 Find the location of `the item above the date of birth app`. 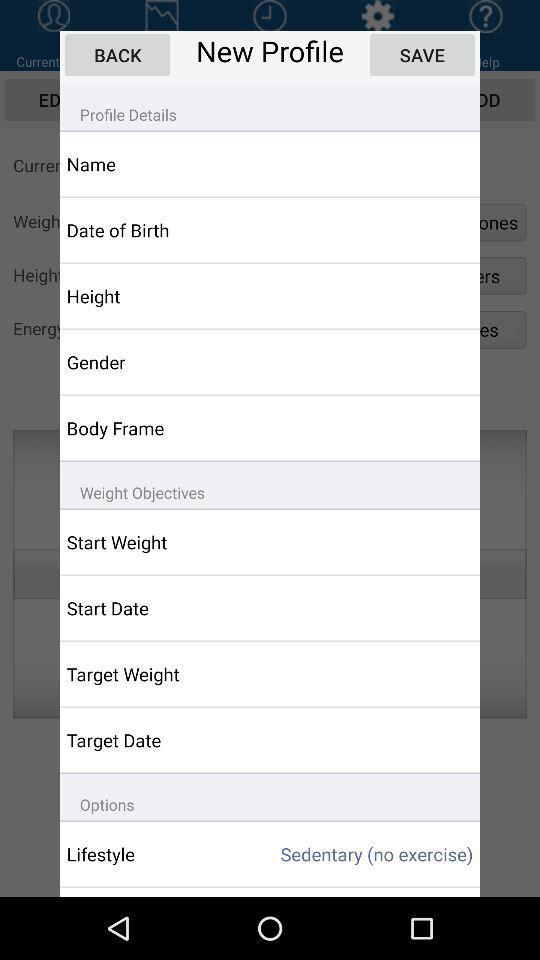

the item above the date of birth app is located at coordinates (155, 163).